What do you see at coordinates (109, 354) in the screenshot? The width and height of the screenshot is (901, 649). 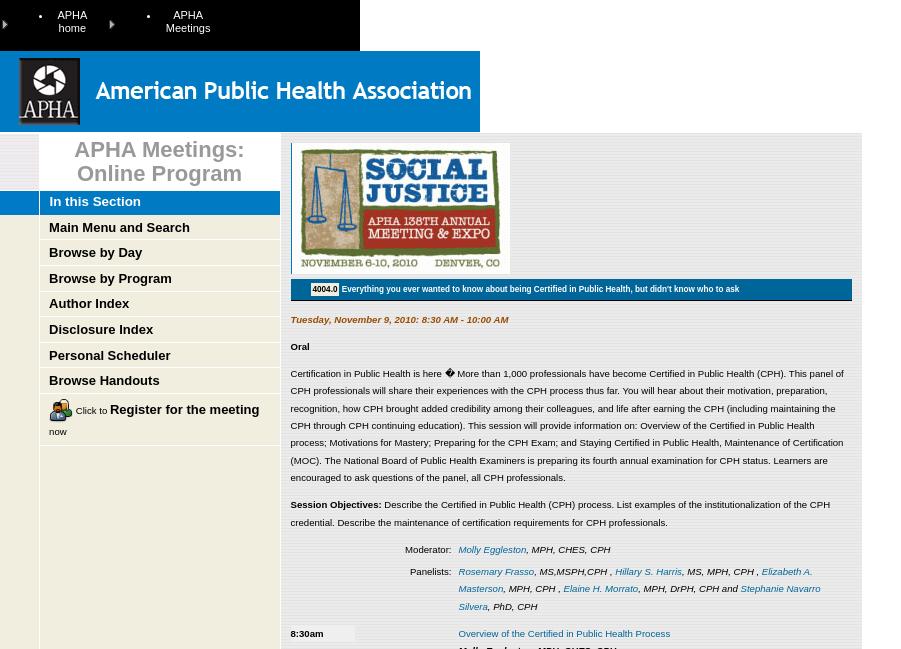 I see `'Personal Scheduler'` at bounding box center [109, 354].